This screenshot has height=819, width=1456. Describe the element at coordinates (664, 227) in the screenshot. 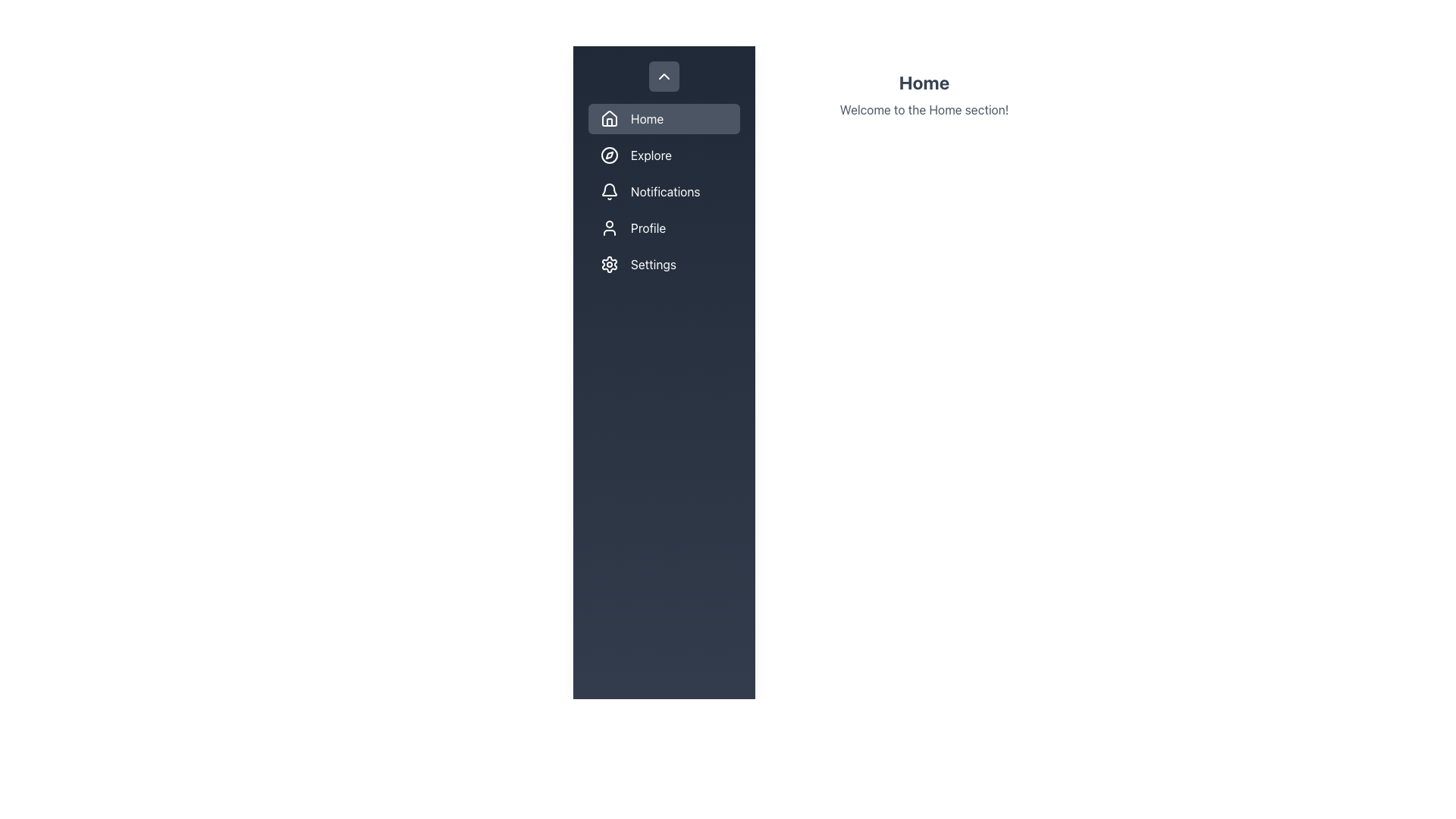

I see `the 'Profile' button in the vertical navigation list` at that location.